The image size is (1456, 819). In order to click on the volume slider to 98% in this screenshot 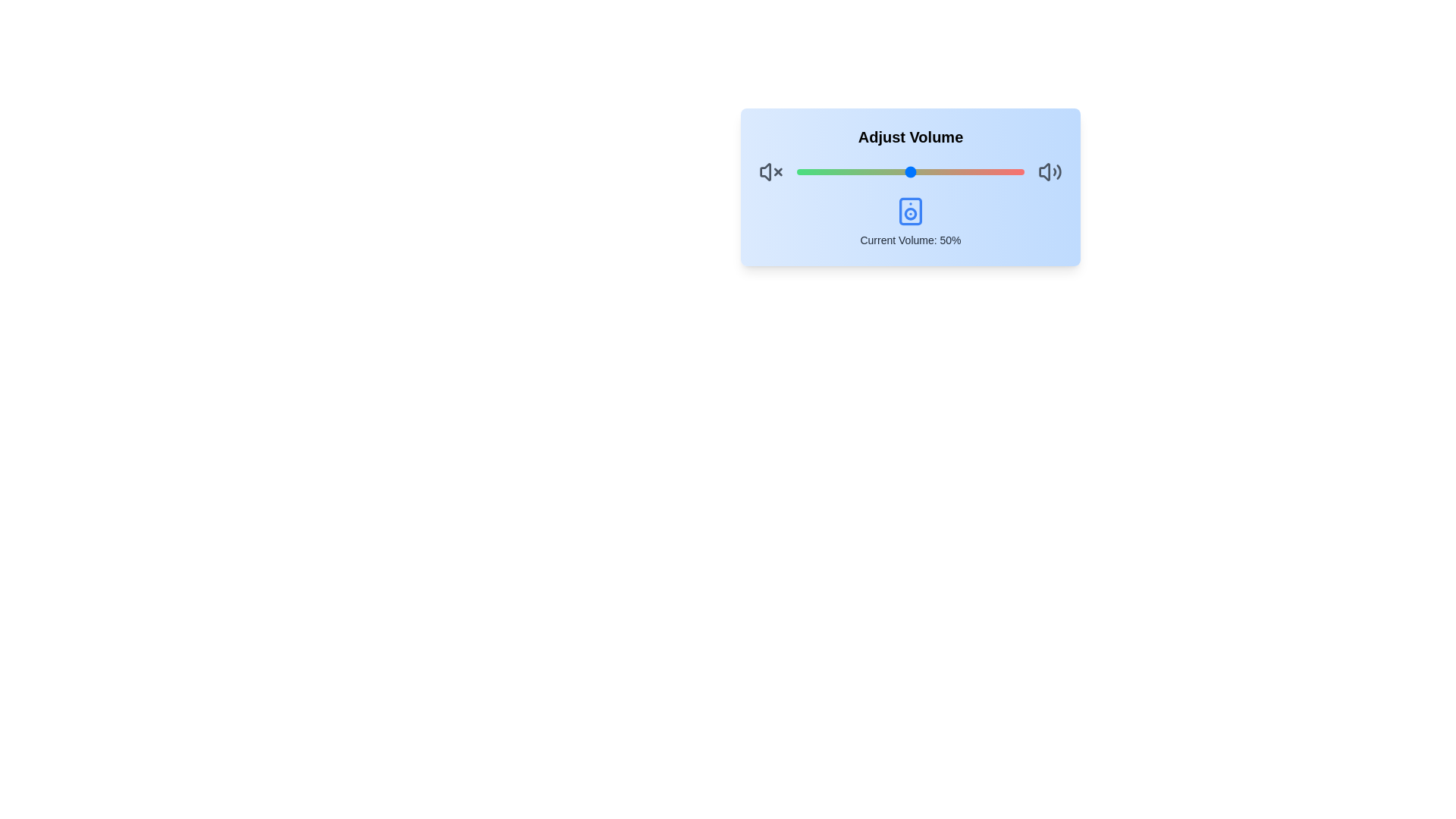, I will do `click(1019, 171)`.